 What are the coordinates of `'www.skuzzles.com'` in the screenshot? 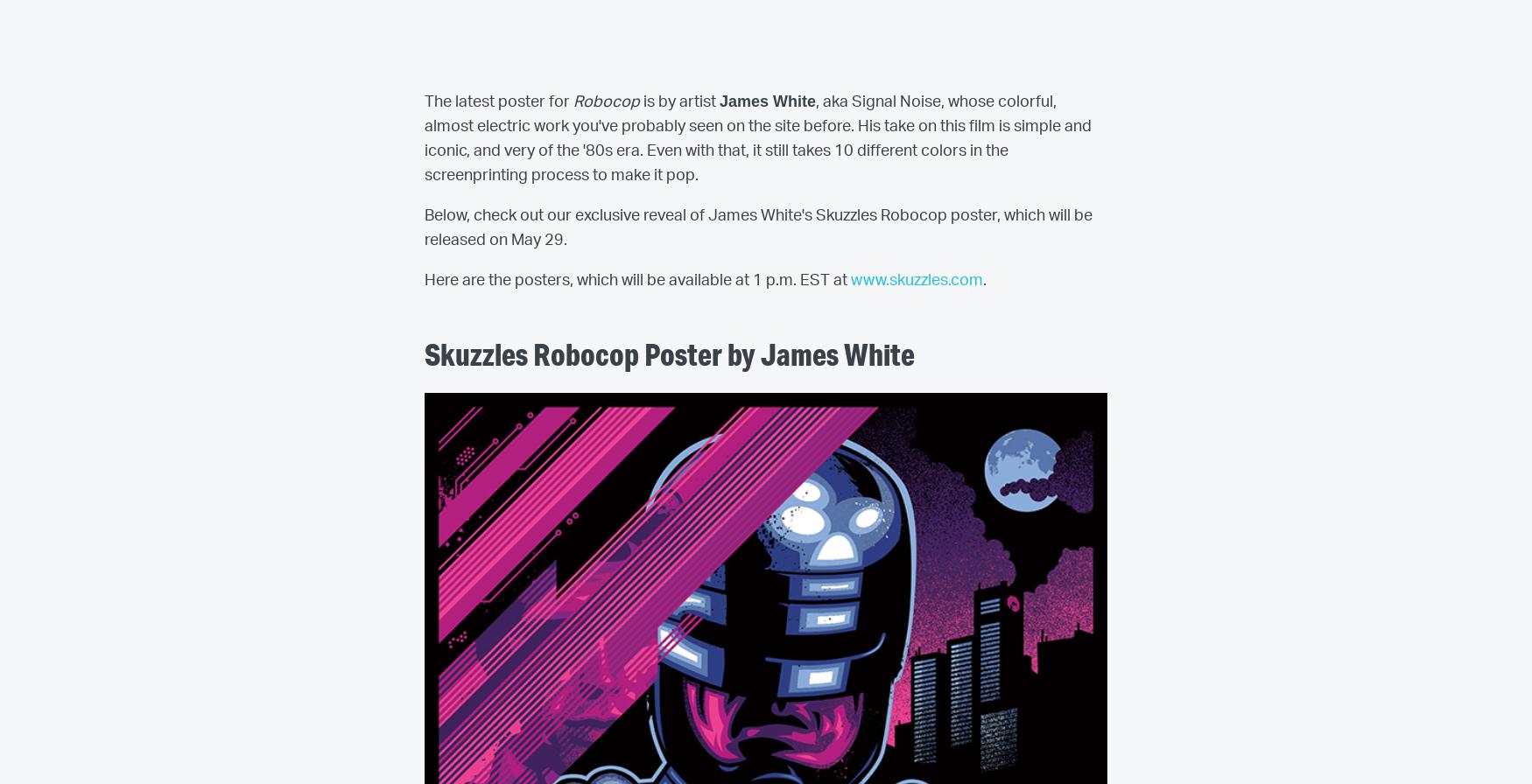 It's located at (916, 279).